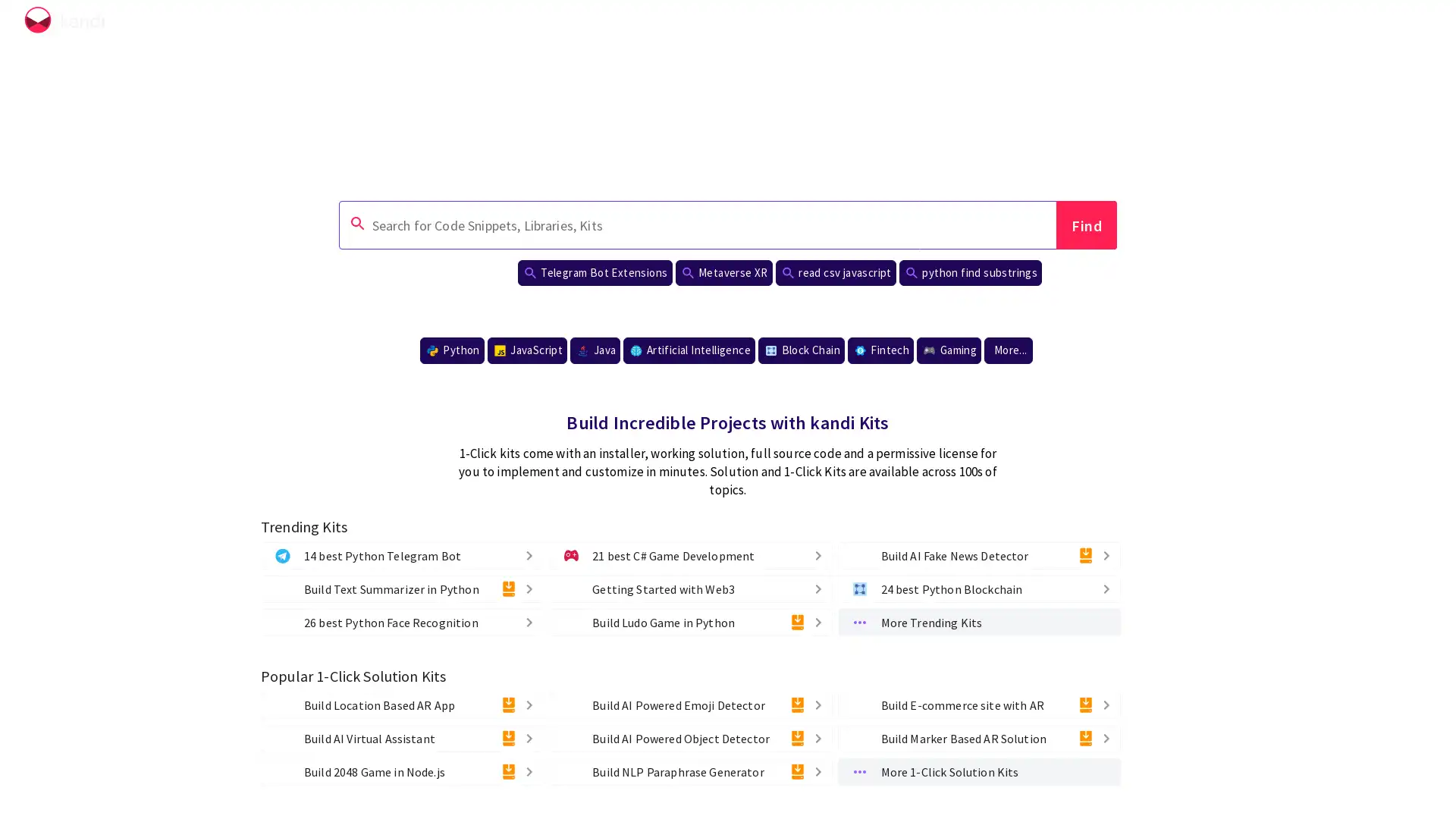 This screenshot has width=1456, height=819. Describe the element at coordinates (402, 587) in the screenshot. I see `text-summarizer Build Text Summarizer in Python` at that location.